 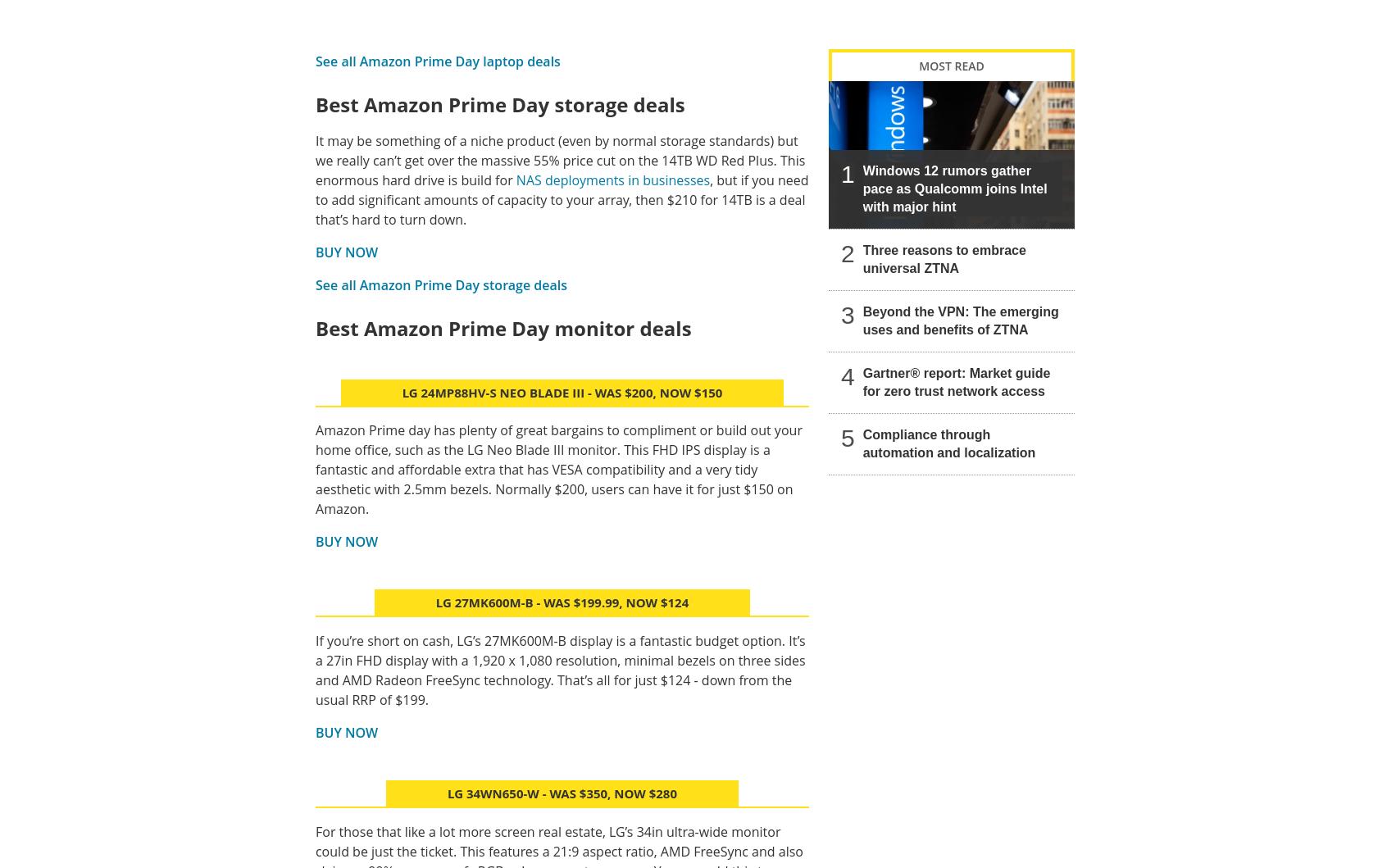 What do you see at coordinates (562, 199) in the screenshot?
I see `', but if you need to add significant amounts of capacity to your array, then $210 for 14TB is a deal that’s hard to turn down.'` at bounding box center [562, 199].